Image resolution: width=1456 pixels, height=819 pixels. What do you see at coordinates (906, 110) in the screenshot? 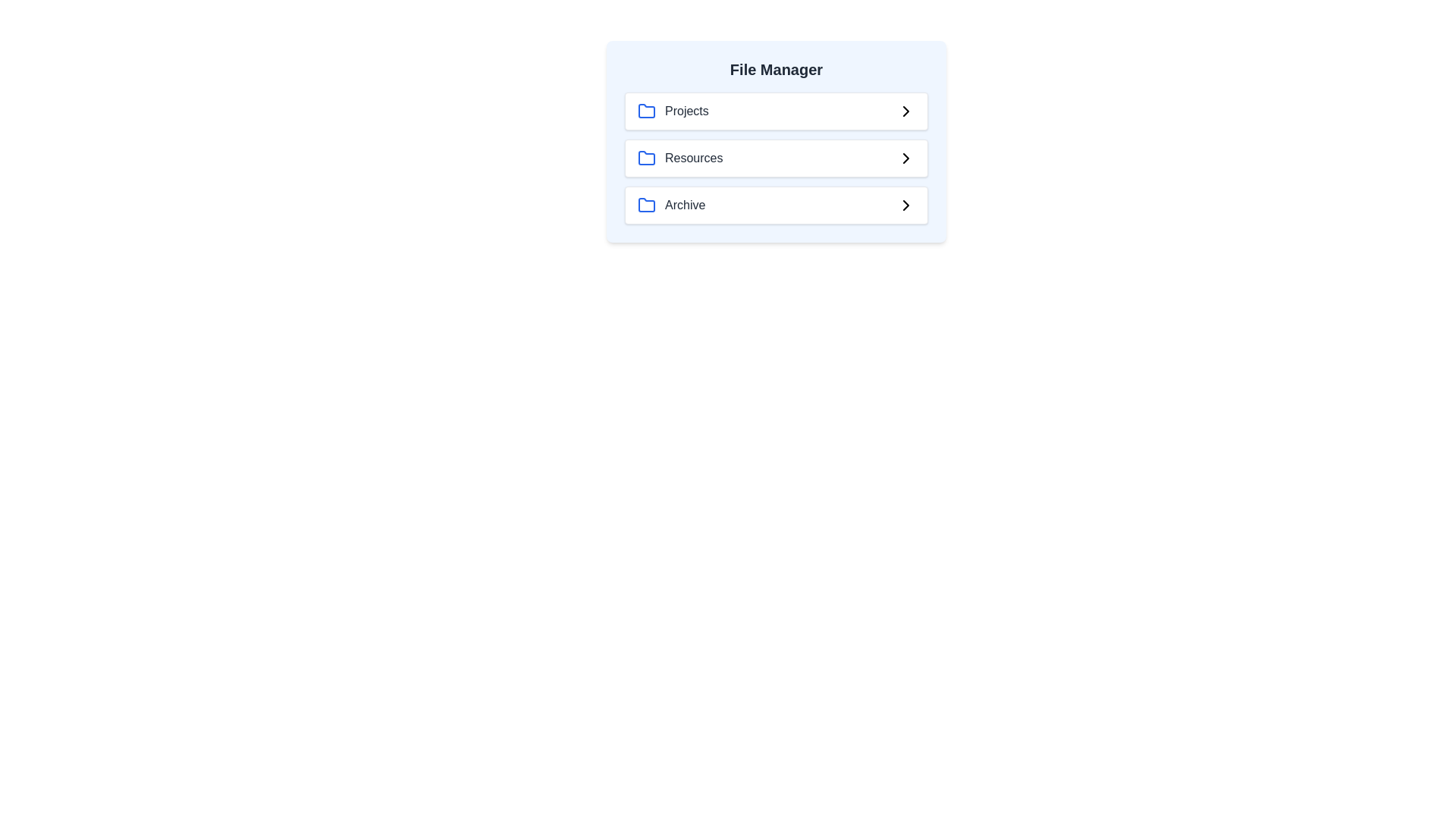
I see `the right-facing chevron arrow icon located to the right of the word 'Projects'` at bounding box center [906, 110].